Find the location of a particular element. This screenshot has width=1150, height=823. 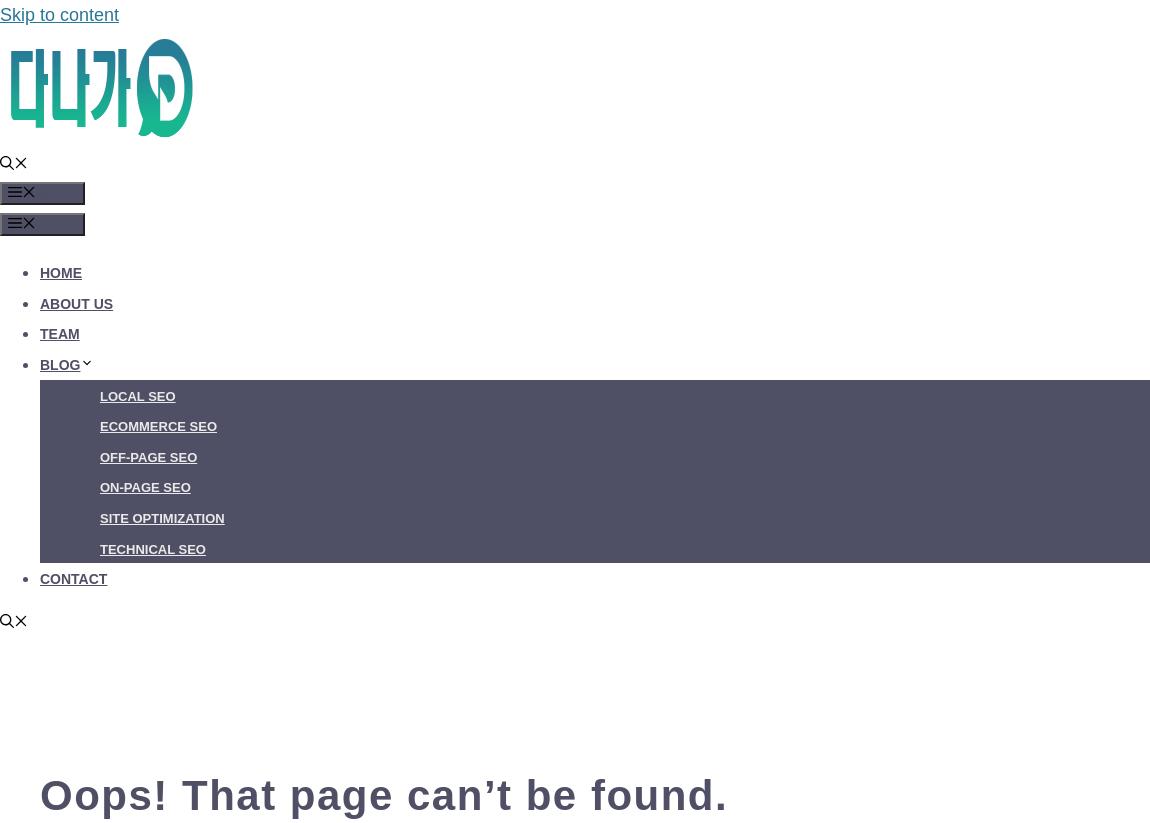

'Contact' is located at coordinates (72, 578).